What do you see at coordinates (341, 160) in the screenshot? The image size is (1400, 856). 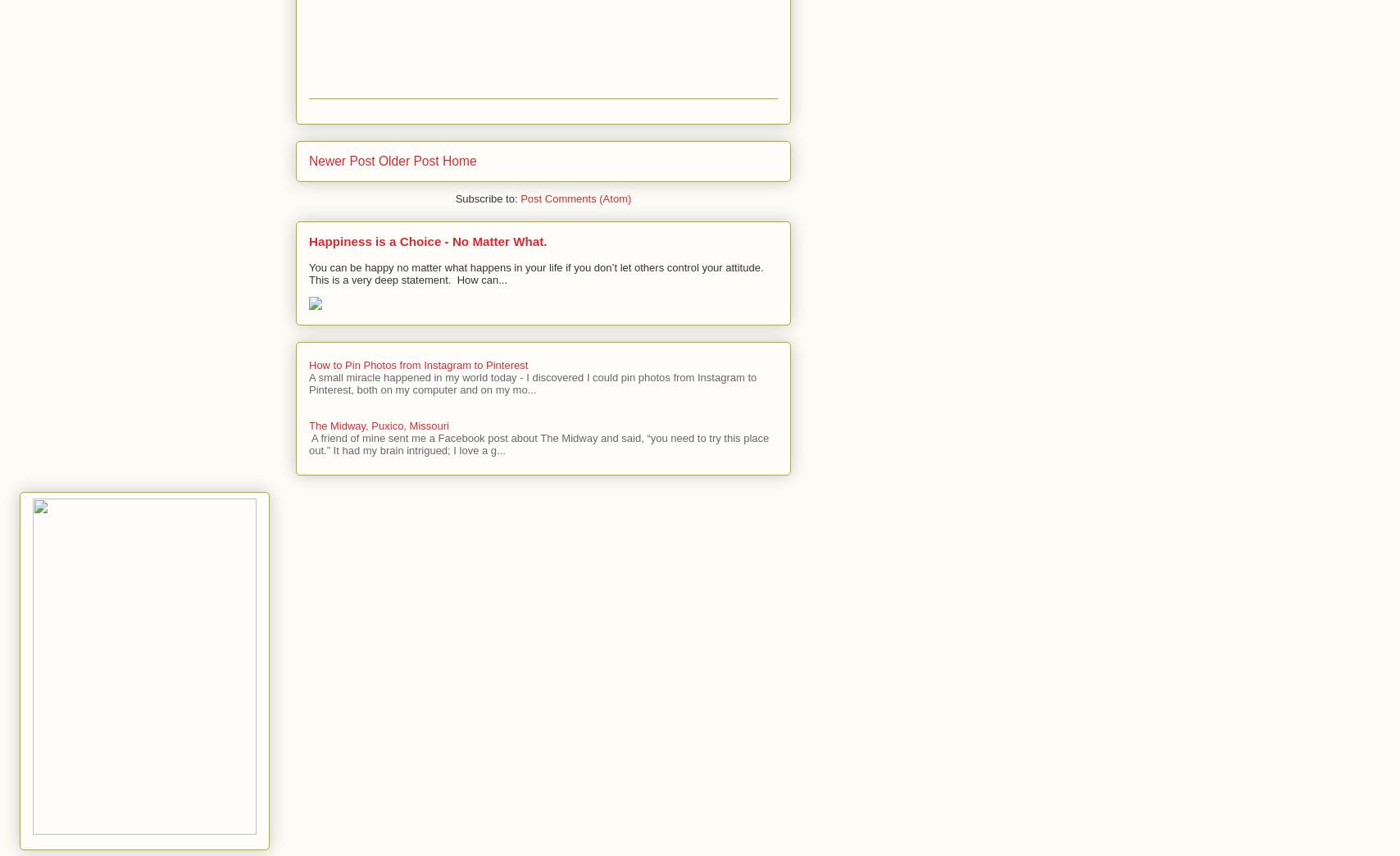 I see `'Newer Post'` at bounding box center [341, 160].